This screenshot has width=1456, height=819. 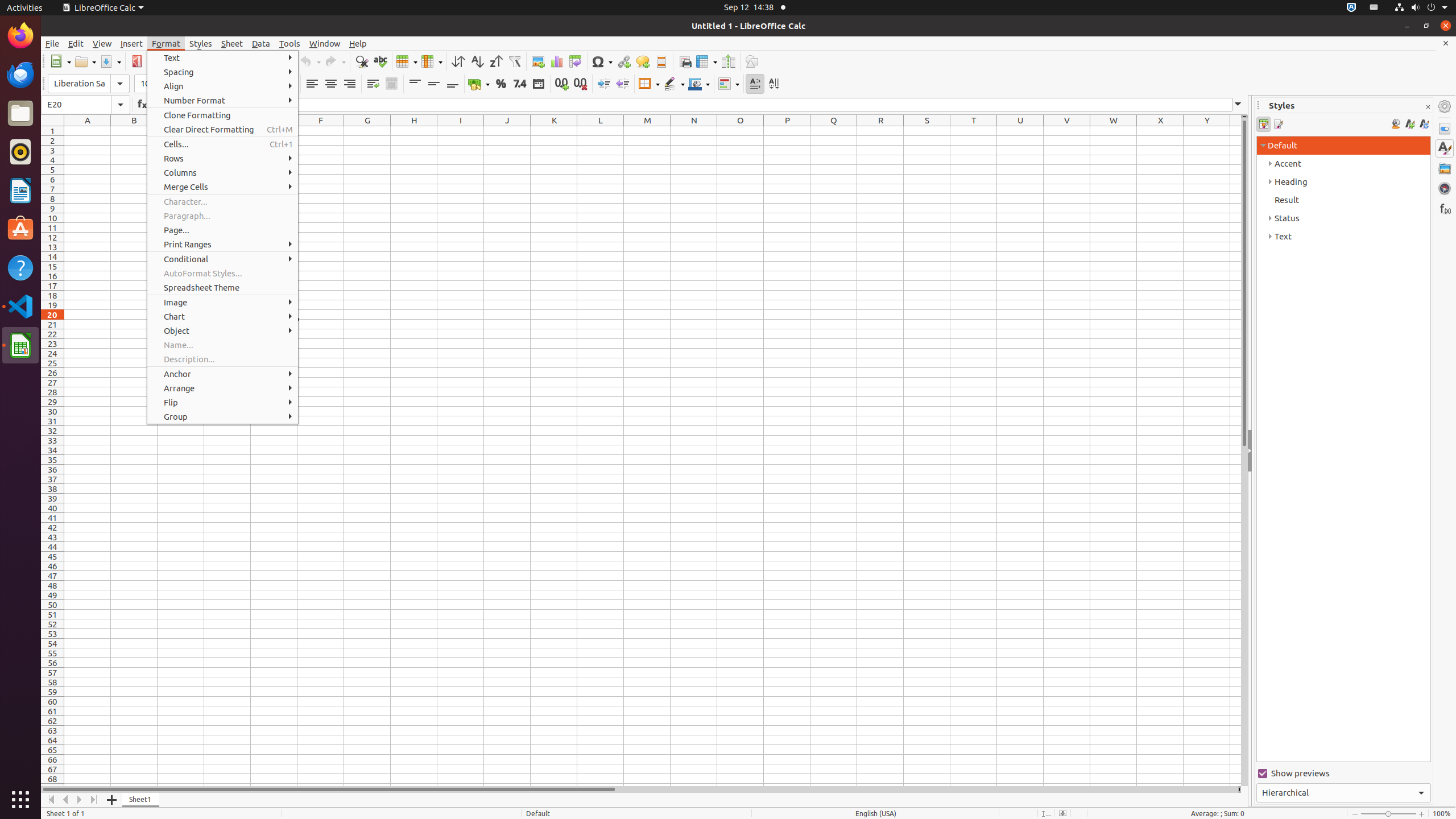 What do you see at coordinates (773, 83) in the screenshot?
I see `'Text direction from top to bottom'` at bounding box center [773, 83].